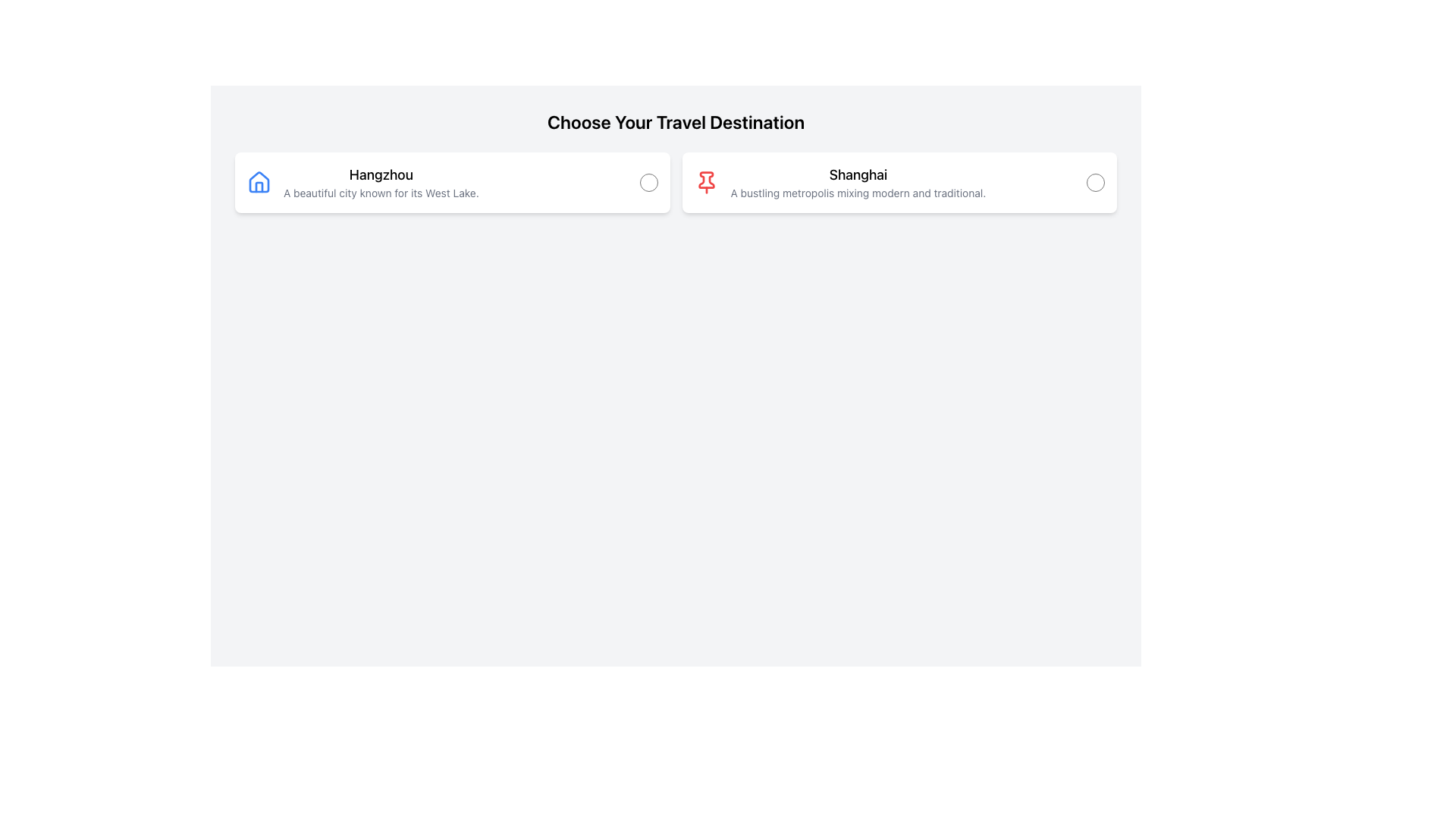 The width and height of the screenshot is (1456, 819). What do you see at coordinates (858, 192) in the screenshot?
I see `descriptive text about the city 'Shanghai', which is the second line of text underneath the bold title 'Shanghai' in the right-hand selection box` at bounding box center [858, 192].